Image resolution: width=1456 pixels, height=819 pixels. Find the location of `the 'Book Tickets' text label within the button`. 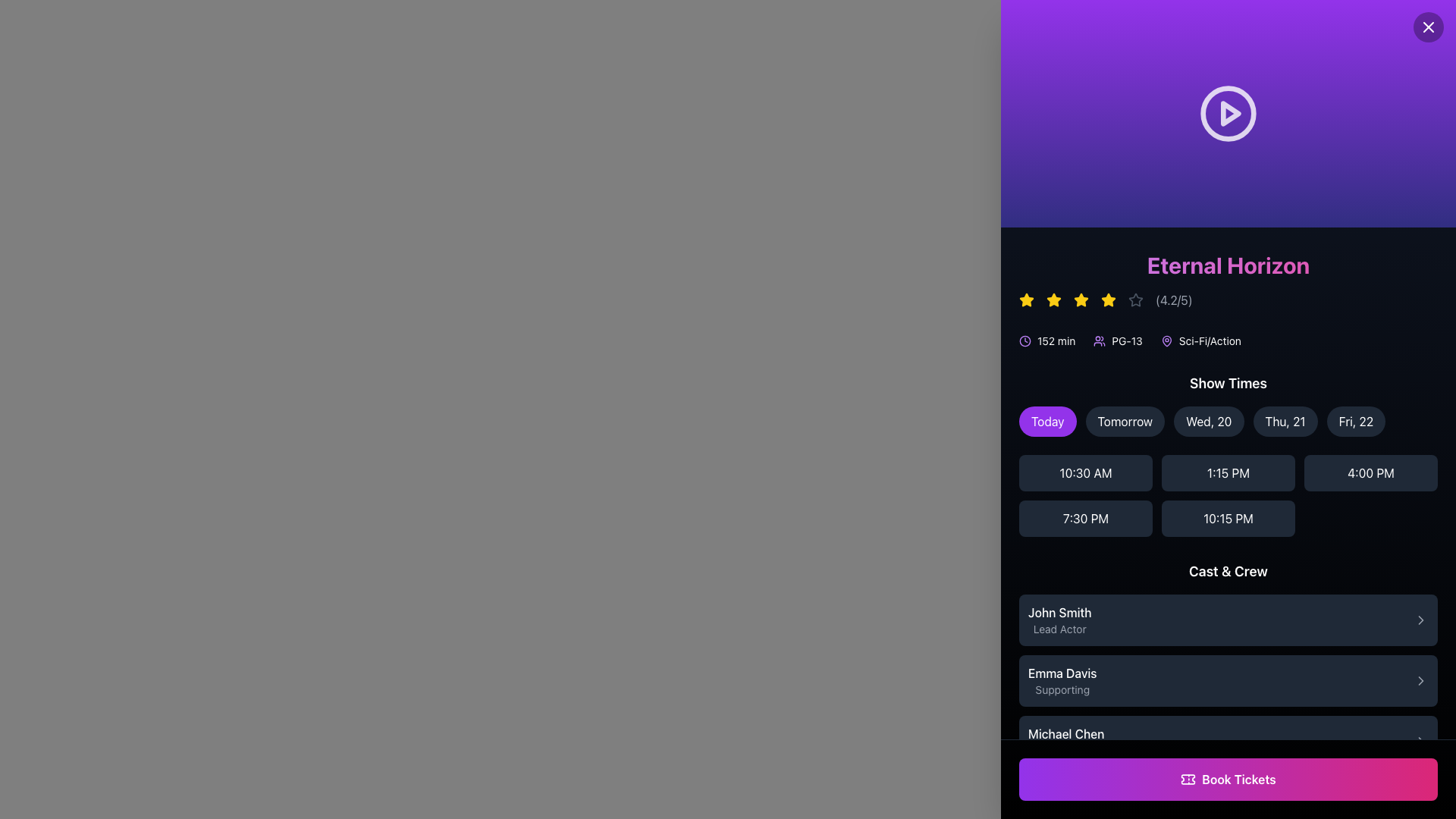

the 'Book Tickets' text label within the button is located at coordinates (1238, 780).